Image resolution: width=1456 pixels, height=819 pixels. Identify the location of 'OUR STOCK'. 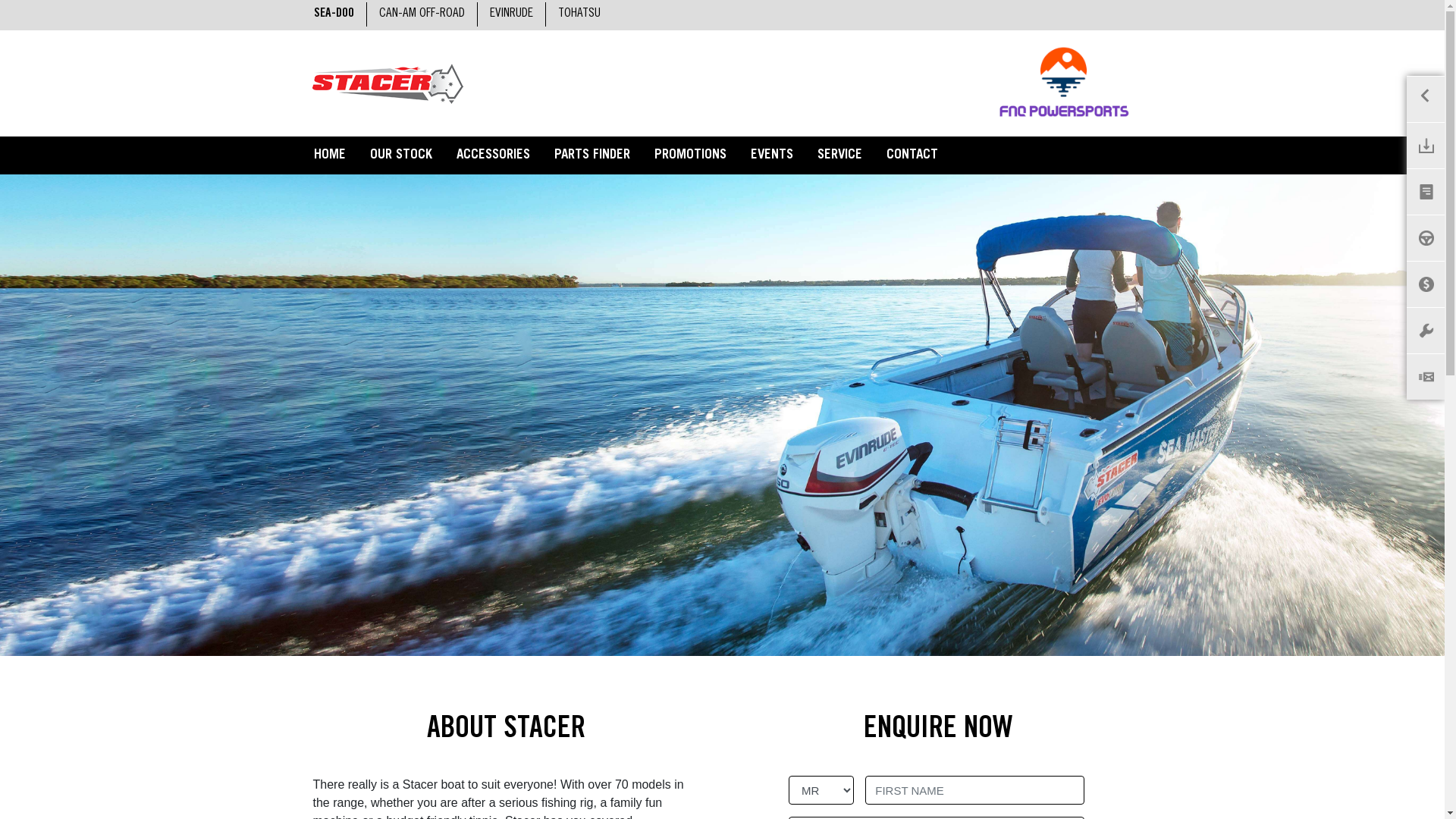
(356, 155).